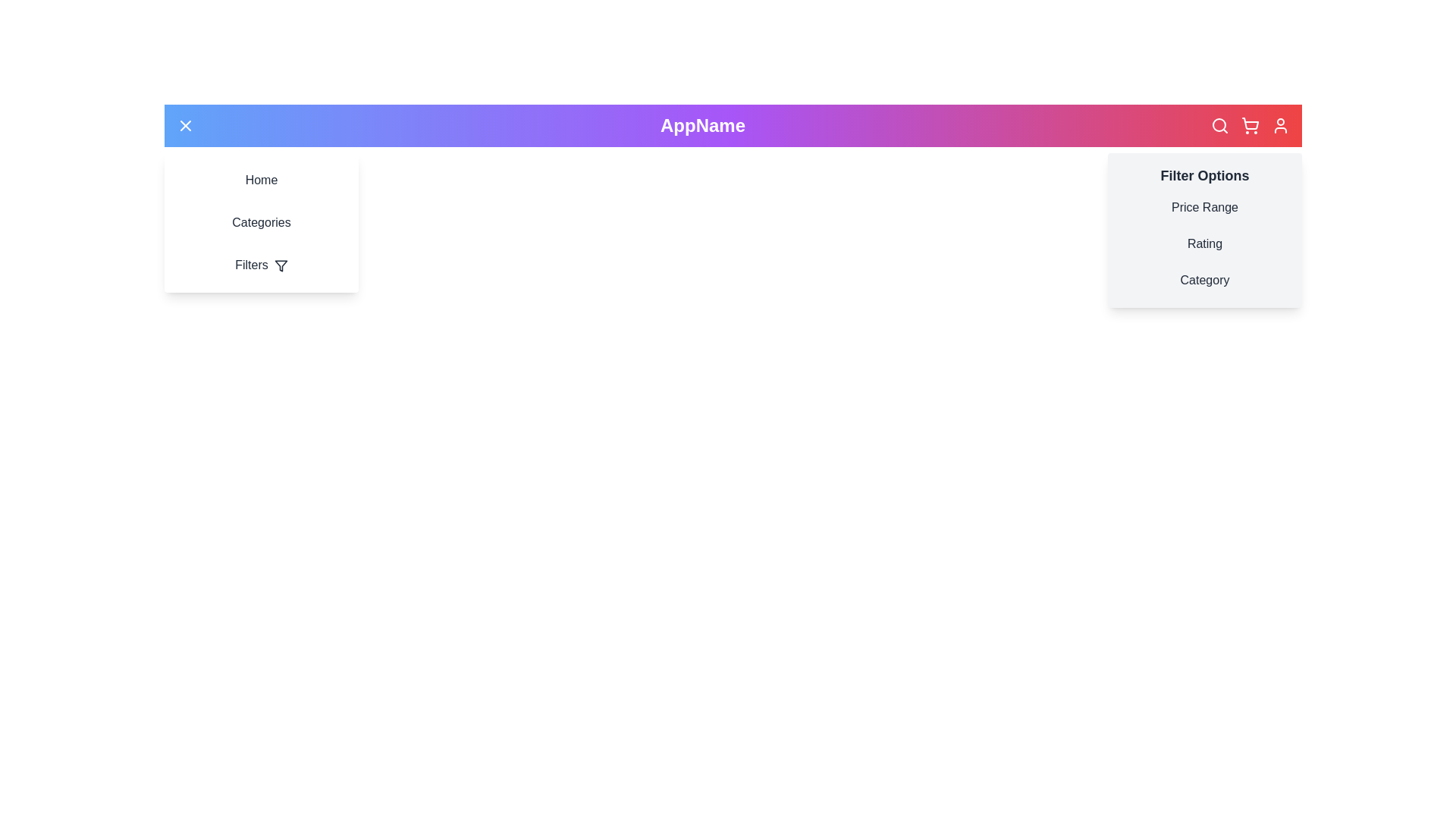 Image resolution: width=1456 pixels, height=819 pixels. Describe the element at coordinates (281, 265) in the screenshot. I see `the filter funnel icon located to the right of the text 'Filters' in the dropdown menu` at that location.